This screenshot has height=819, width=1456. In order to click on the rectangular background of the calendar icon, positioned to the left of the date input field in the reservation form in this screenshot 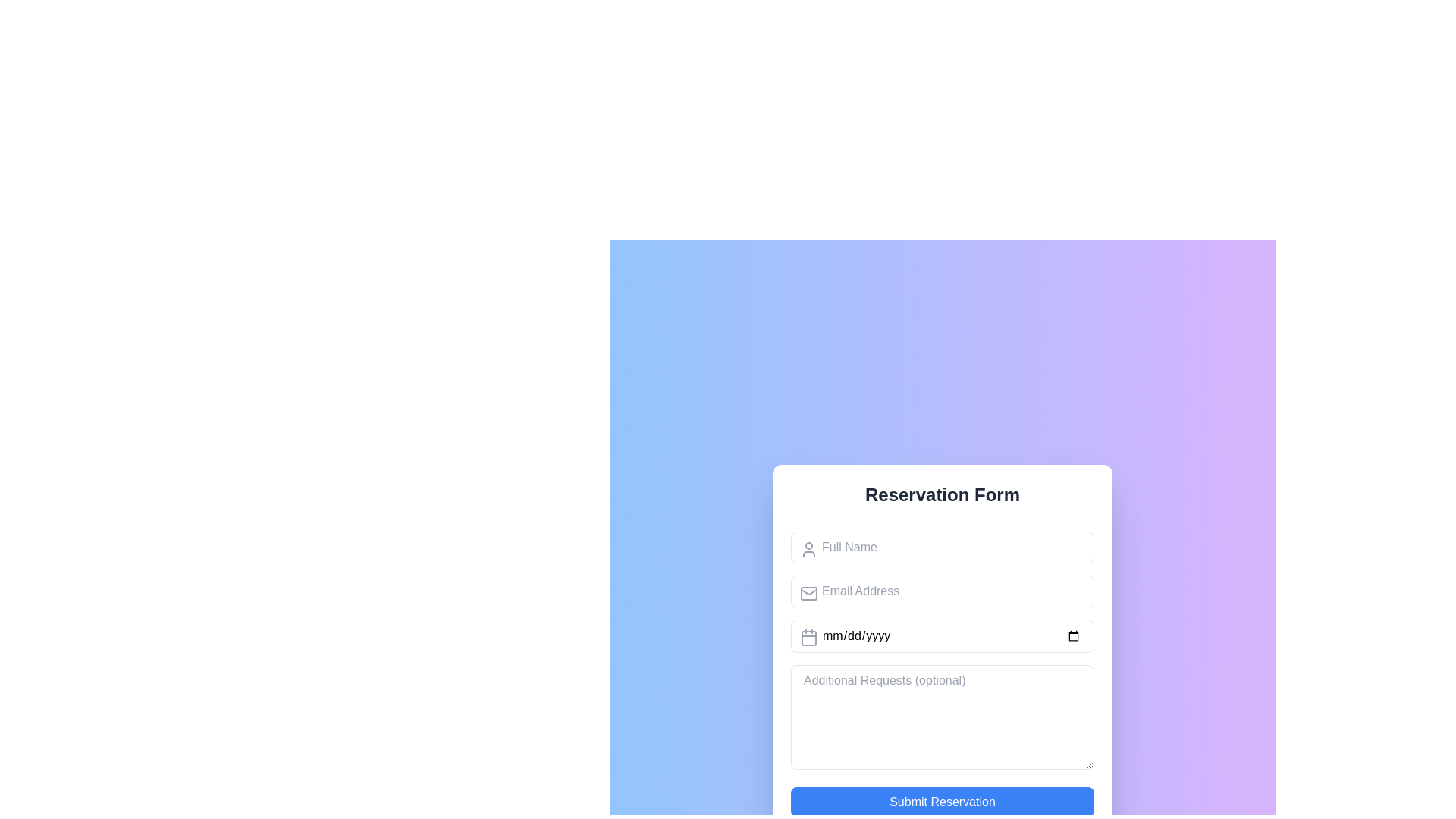, I will do `click(808, 638)`.